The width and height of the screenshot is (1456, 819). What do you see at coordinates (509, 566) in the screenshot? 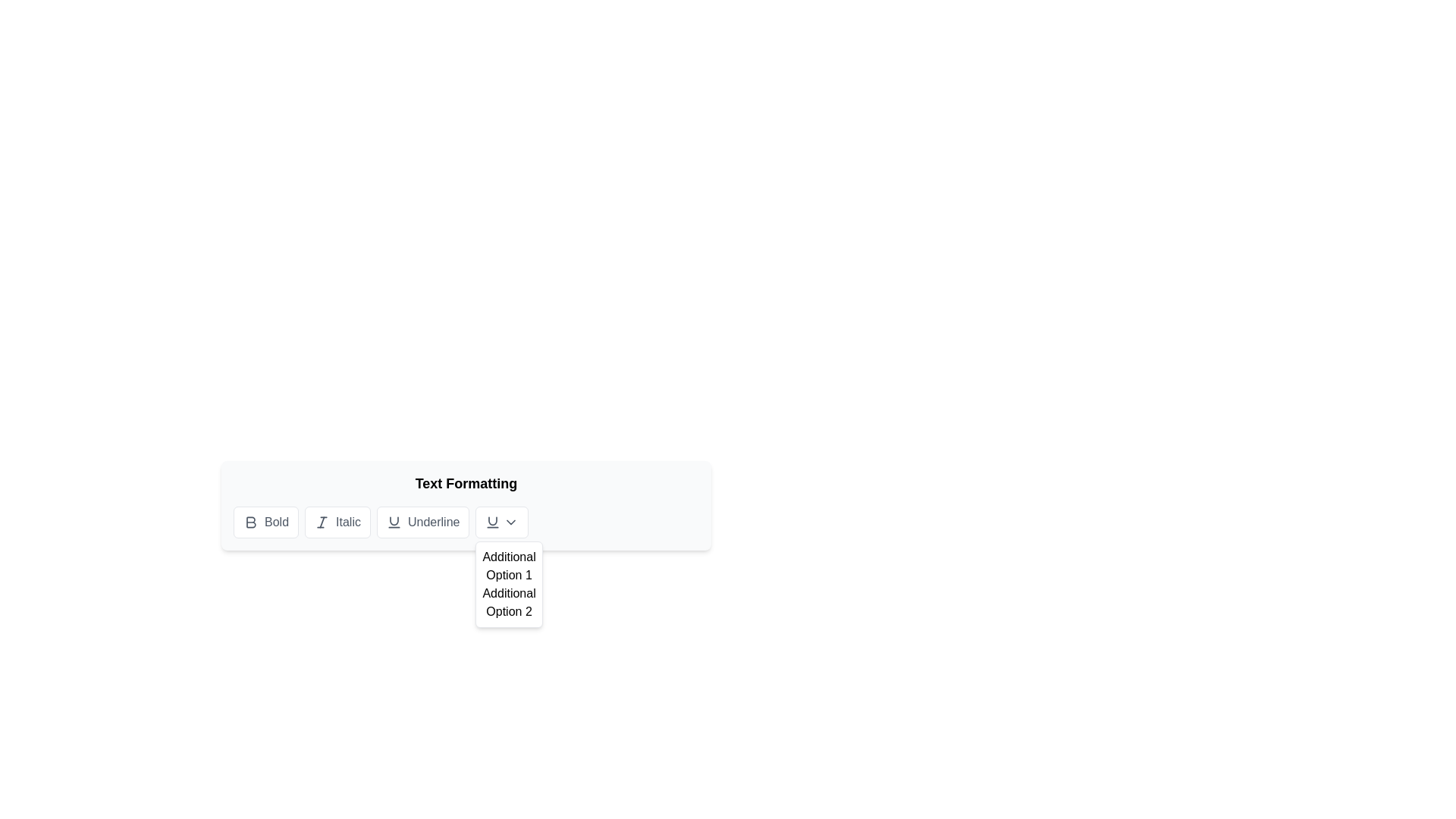
I see `the first option in the dropdown list located beneath the text formatting bar` at bounding box center [509, 566].